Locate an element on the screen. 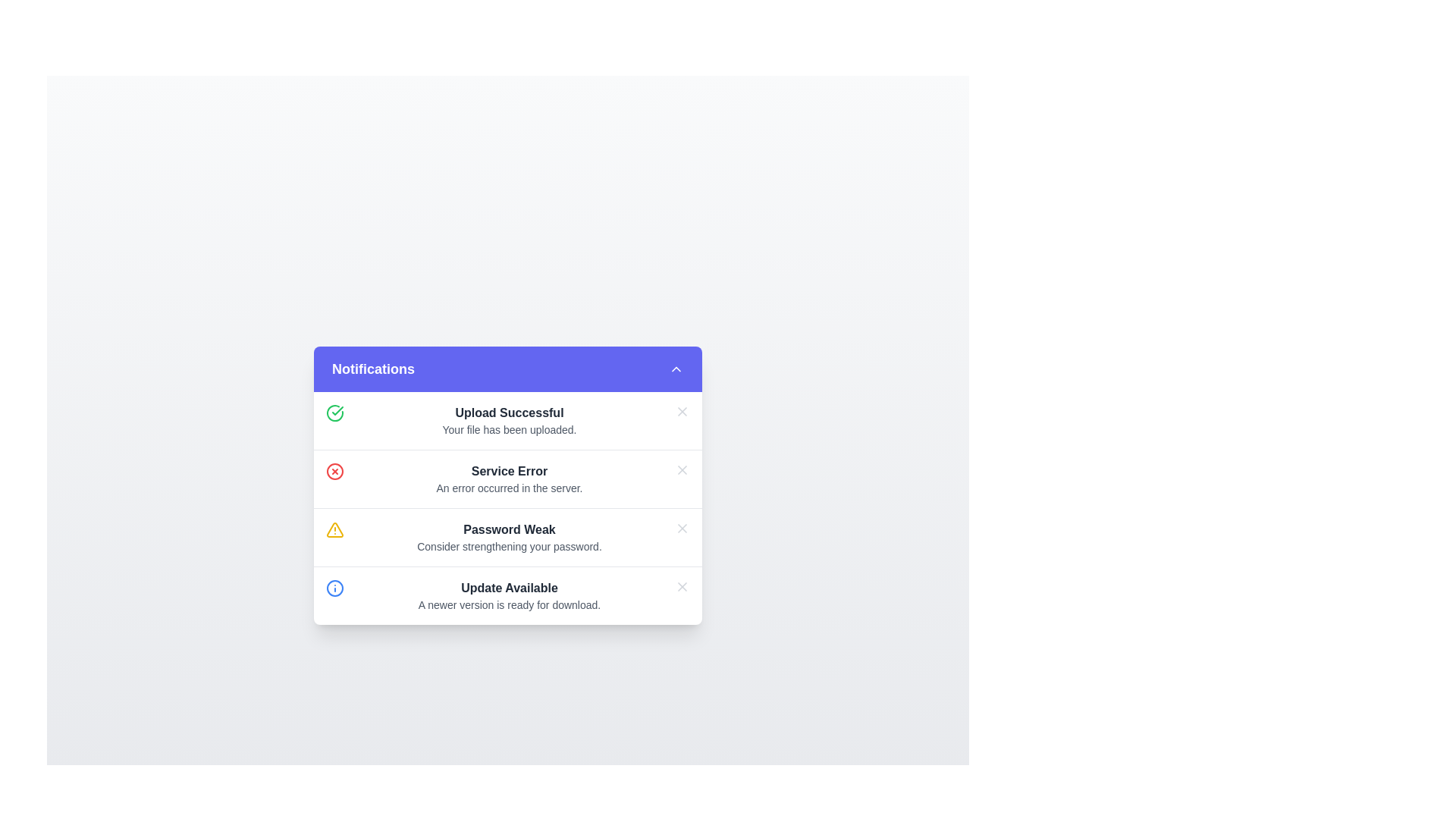 This screenshot has height=819, width=1456. the notification text label that provides additional information contextual to the 'Upload Successful' message, positioned directly below it is located at coordinates (510, 429).